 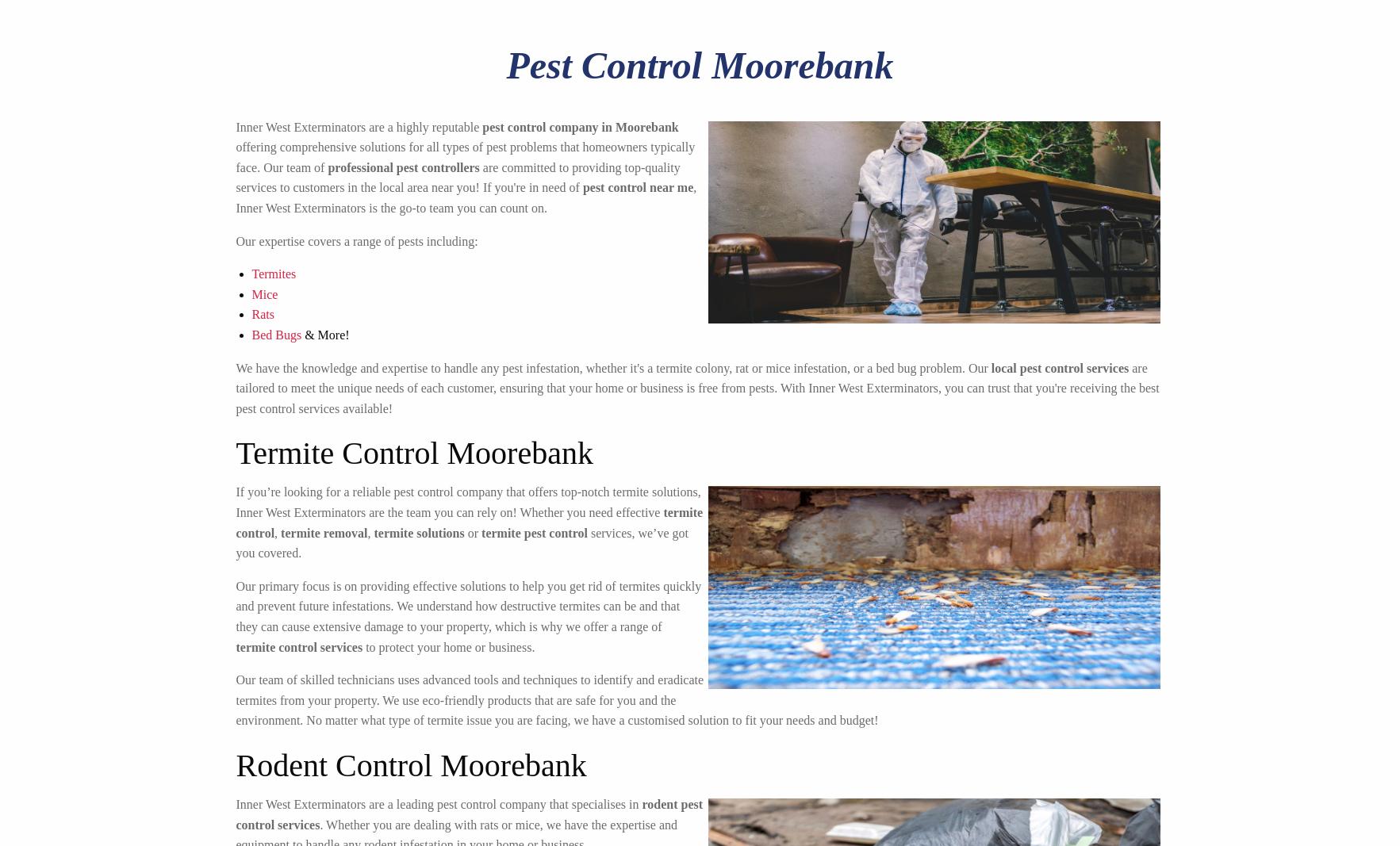 I want to click on 'are tailored to meet the unique needs of each customer, ensuring that your home or business is free from pests. With Inner West Exterminators, you can trust that you're receiving the best pest control services available!', so click(x=235, y=387).